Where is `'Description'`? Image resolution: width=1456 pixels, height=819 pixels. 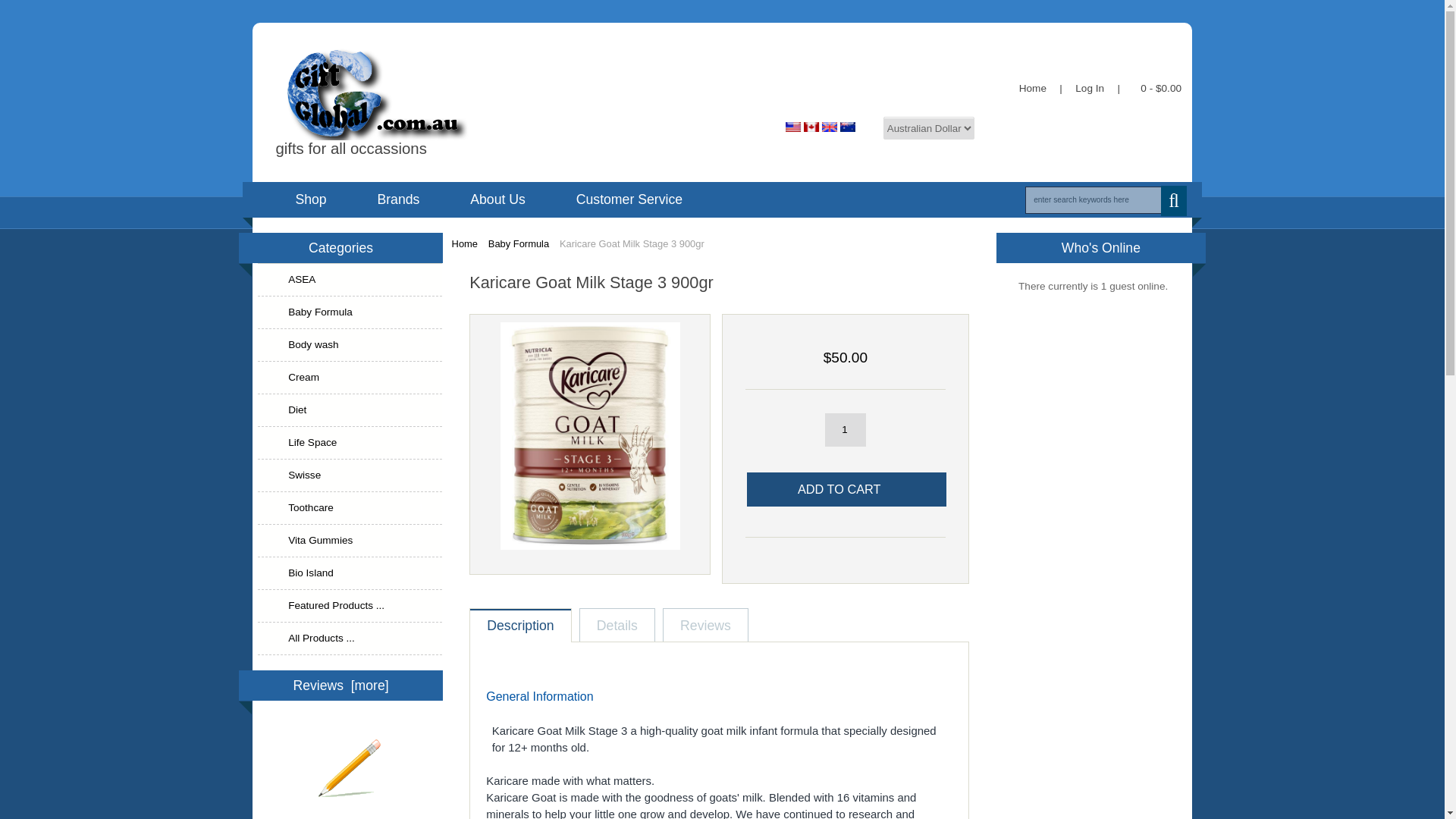
'Description' is located at coordinates (469, 626).